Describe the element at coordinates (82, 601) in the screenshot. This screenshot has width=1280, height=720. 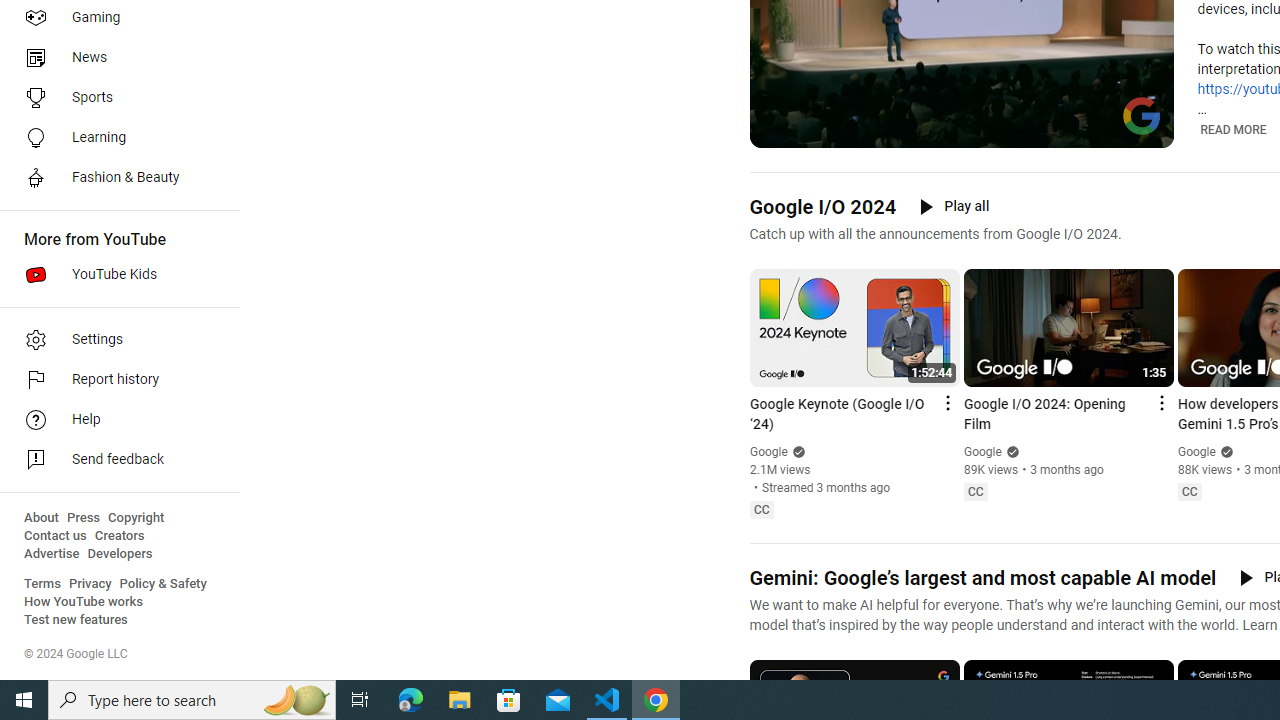
I see `'How YouTube works'` at that location.